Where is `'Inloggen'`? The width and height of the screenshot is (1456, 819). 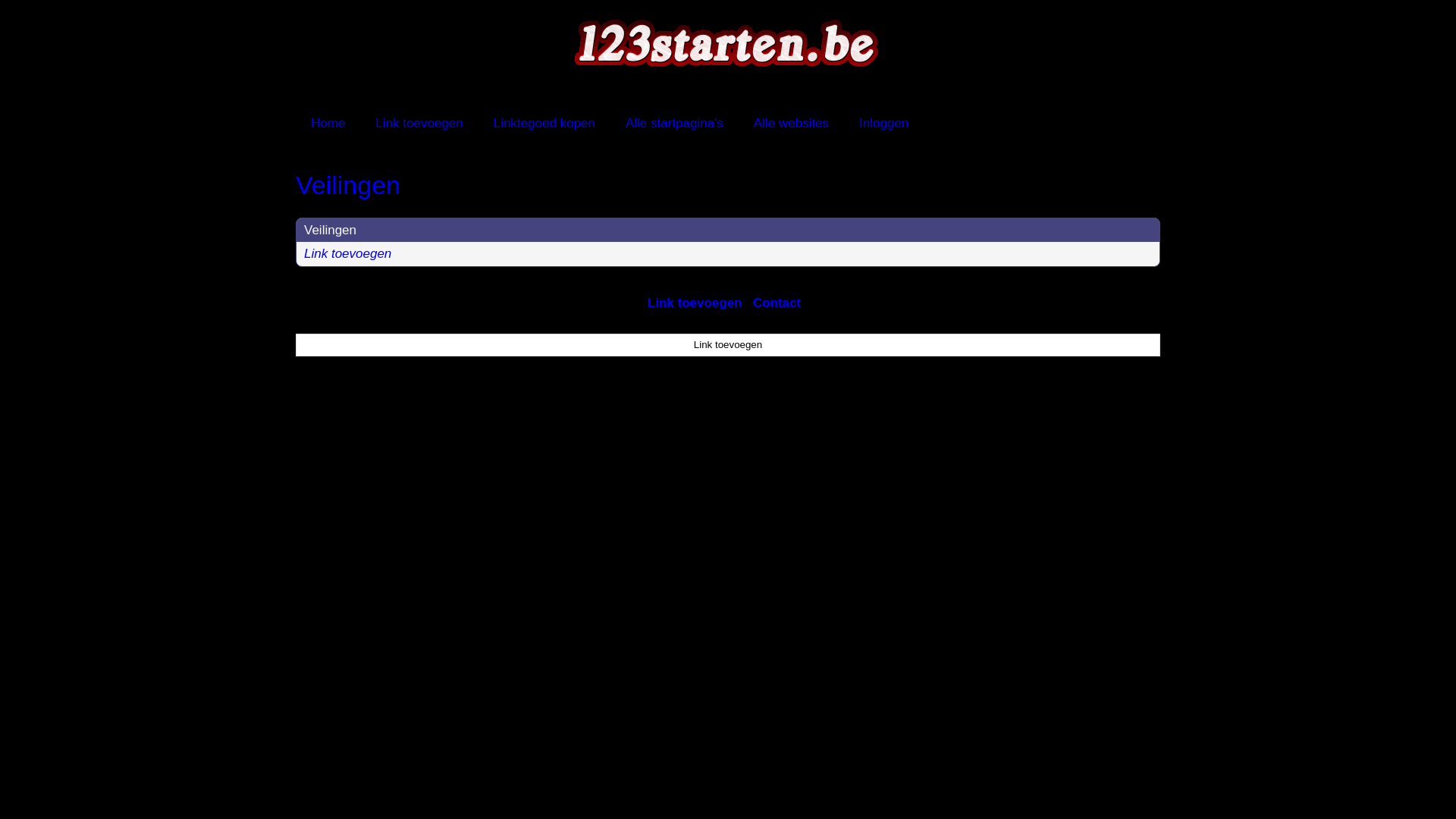
'Inloggen' is located at coordinates (883, 122).